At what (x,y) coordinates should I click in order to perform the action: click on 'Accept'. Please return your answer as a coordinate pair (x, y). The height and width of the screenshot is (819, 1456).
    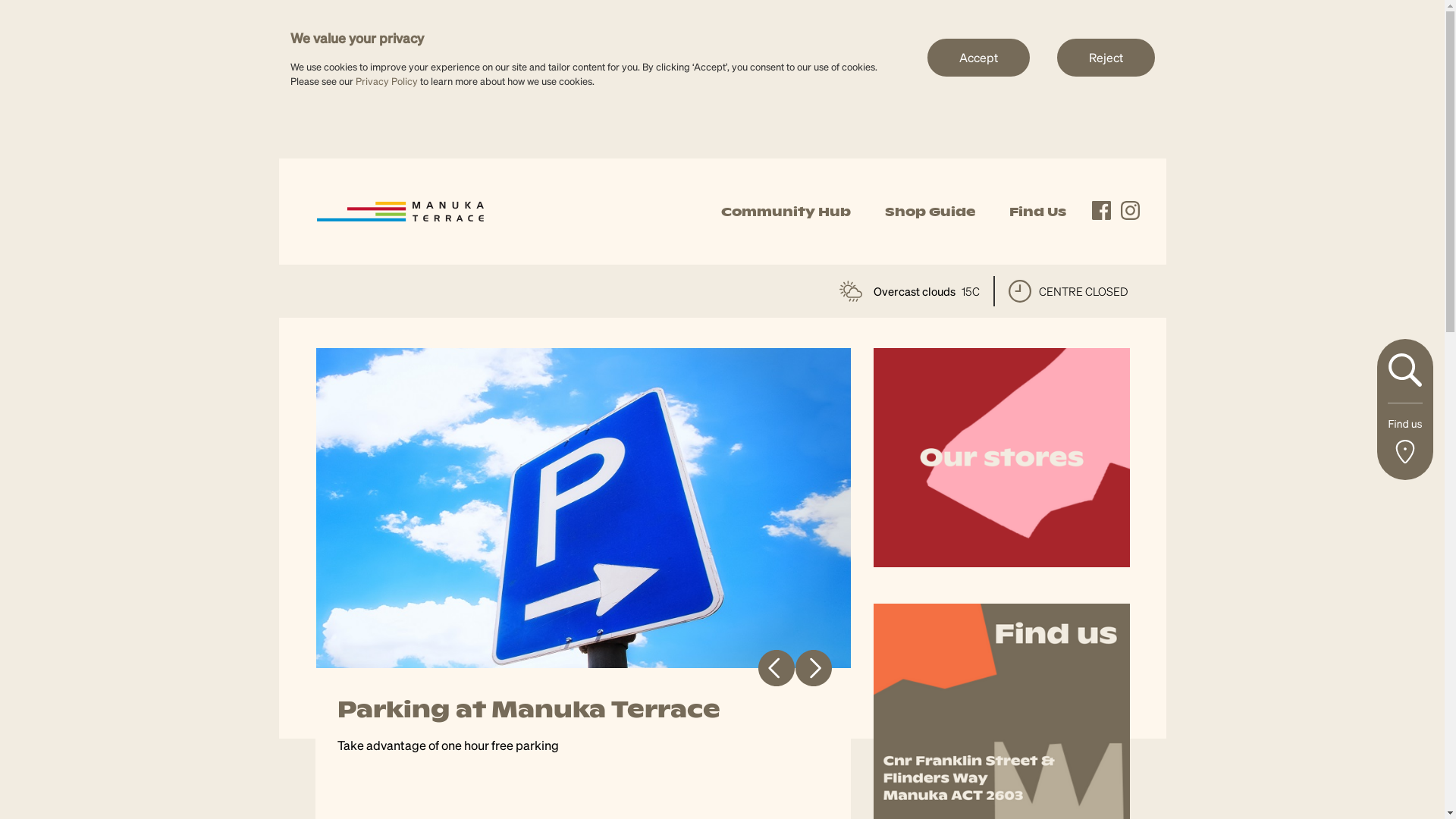
    Looking at the image, I should click on (977, 55).